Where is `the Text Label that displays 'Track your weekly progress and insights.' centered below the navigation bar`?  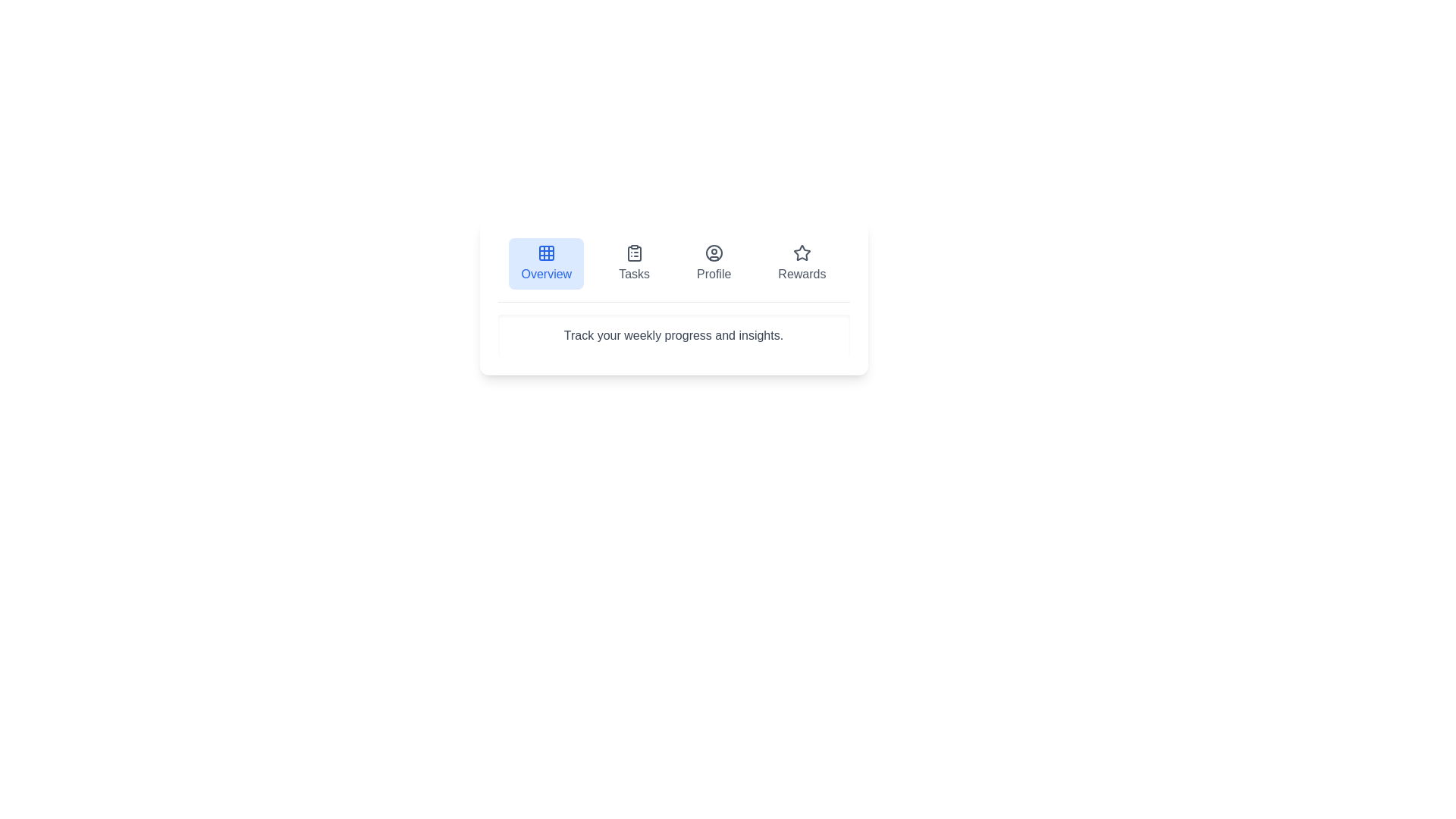
the Text Label that displays 'Track your weekly progress and insights.' centered below the navigation bar is located at coordinates (673, 335).